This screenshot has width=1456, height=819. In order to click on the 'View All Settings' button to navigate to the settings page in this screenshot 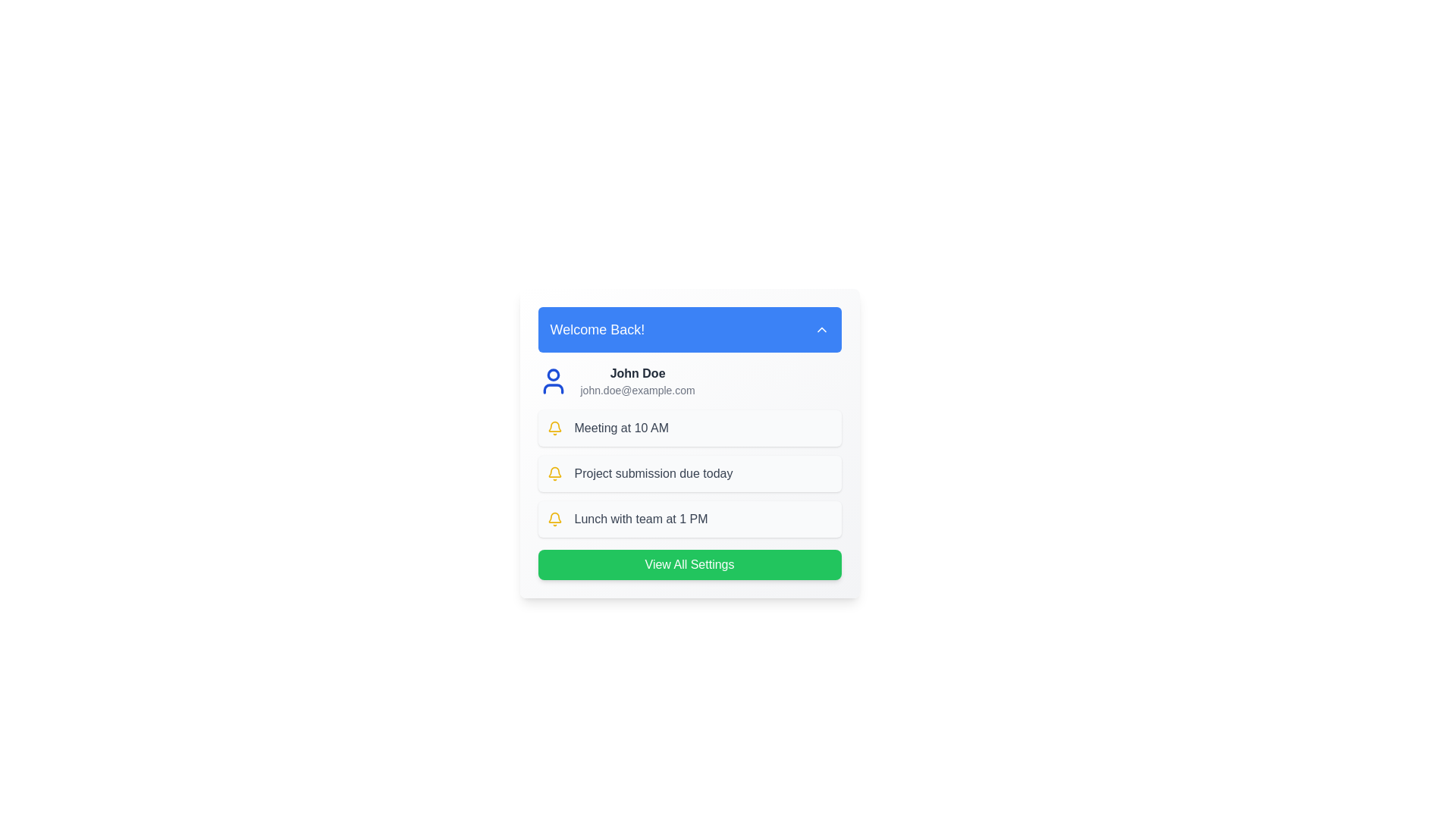, I will do `click(689, 564)`.